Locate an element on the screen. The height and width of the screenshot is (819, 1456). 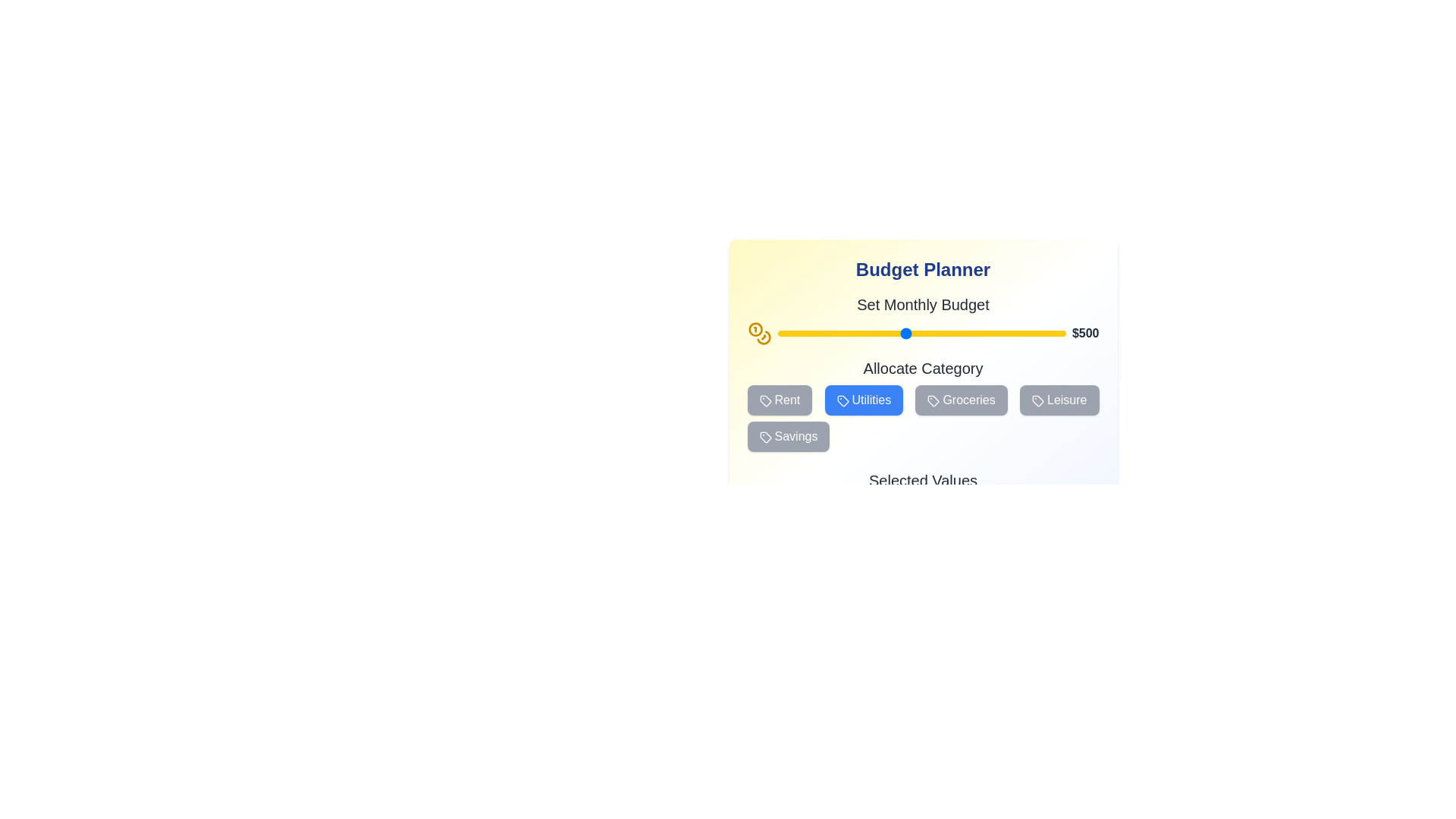
the slider is located at coordinates (827, 332).